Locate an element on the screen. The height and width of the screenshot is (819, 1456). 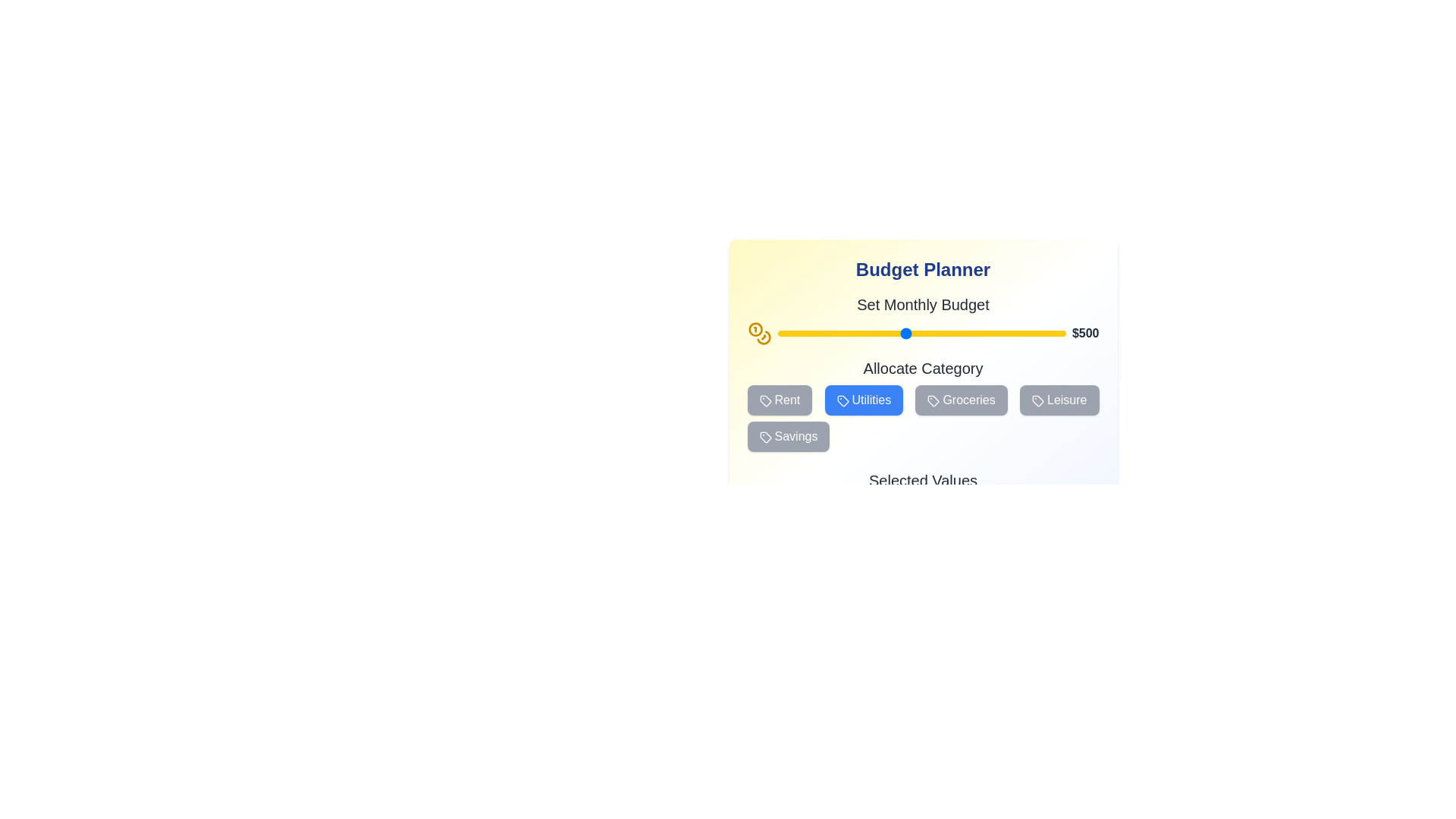
the slider is located at coordinates (827, 332).